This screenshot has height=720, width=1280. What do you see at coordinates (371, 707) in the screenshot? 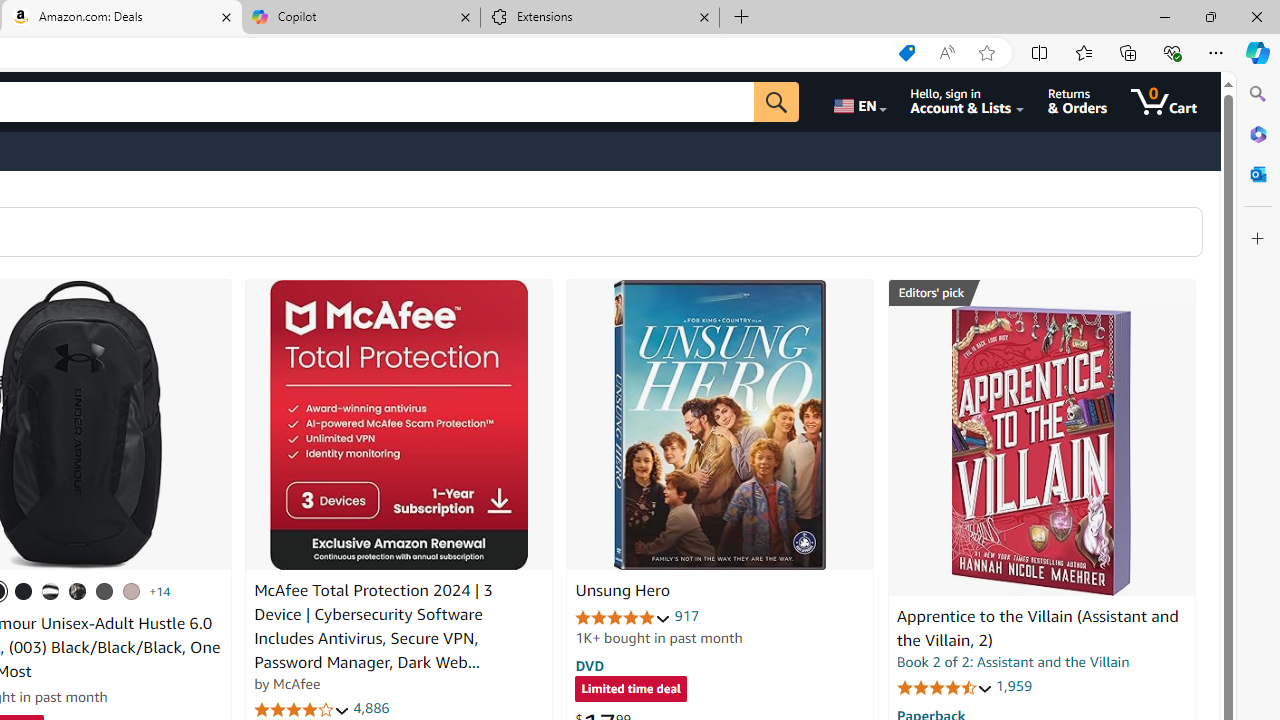
I see `'4,886'` at bounding box center [371, 707].